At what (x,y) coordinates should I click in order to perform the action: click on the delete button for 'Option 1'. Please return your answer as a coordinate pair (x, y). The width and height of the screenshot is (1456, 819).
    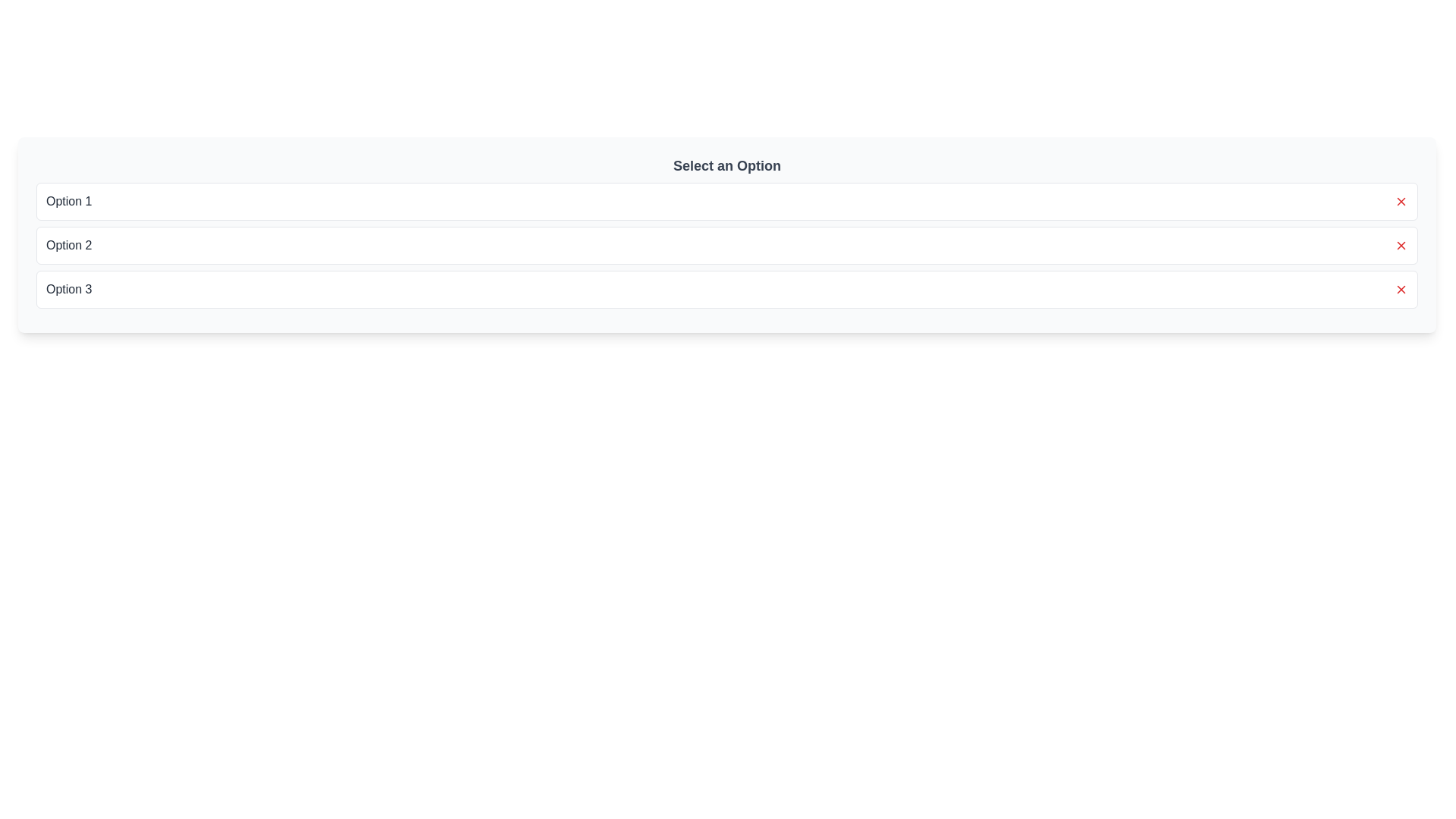
    Looking at the image, I should click on (1401, 201).